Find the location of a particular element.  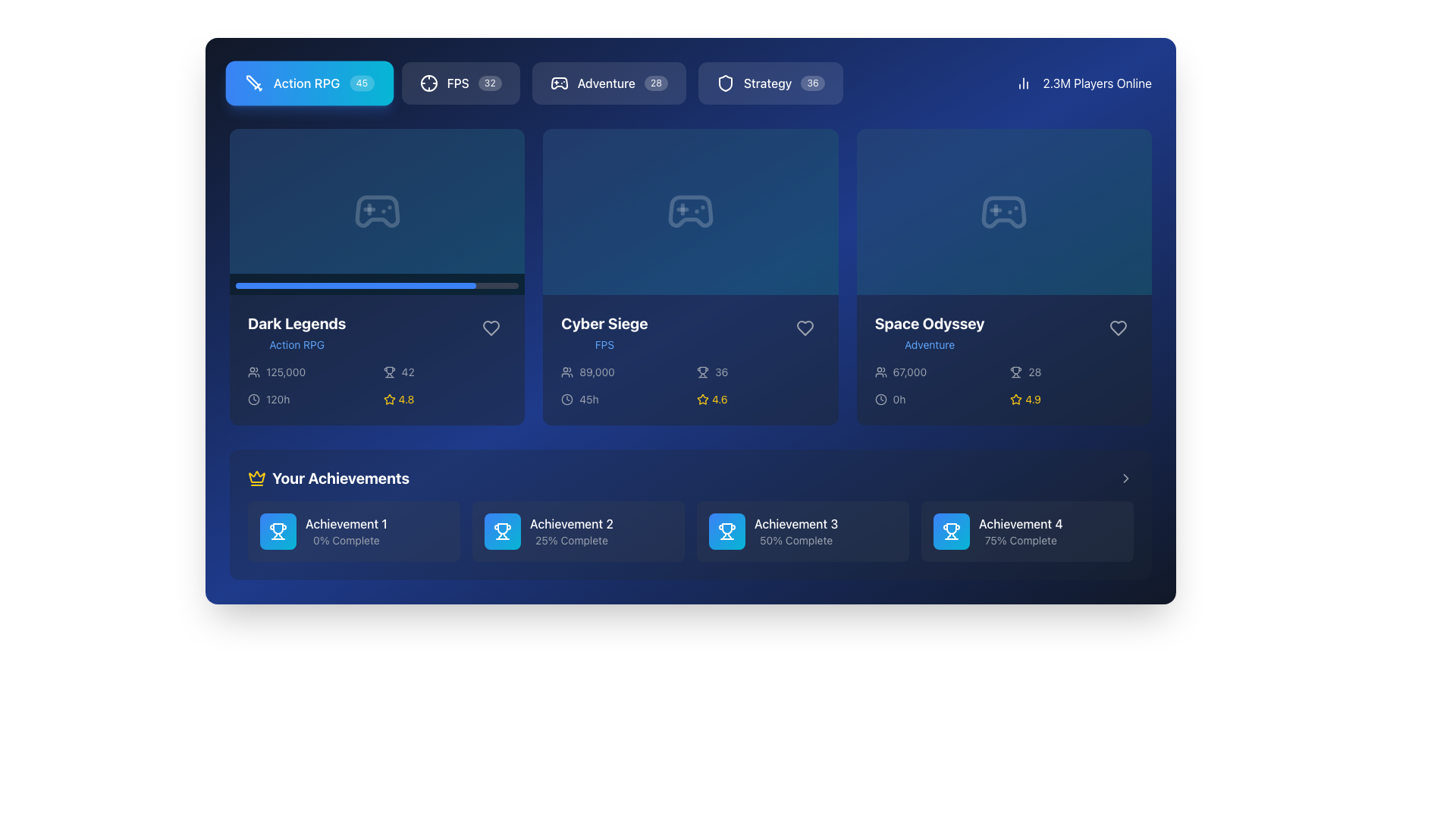

the heart-shaped icon button with a transparent center and thin white outline, located in the upper-right corner of the 'Space Odyssey' card is located at coordinates (1118, 327).